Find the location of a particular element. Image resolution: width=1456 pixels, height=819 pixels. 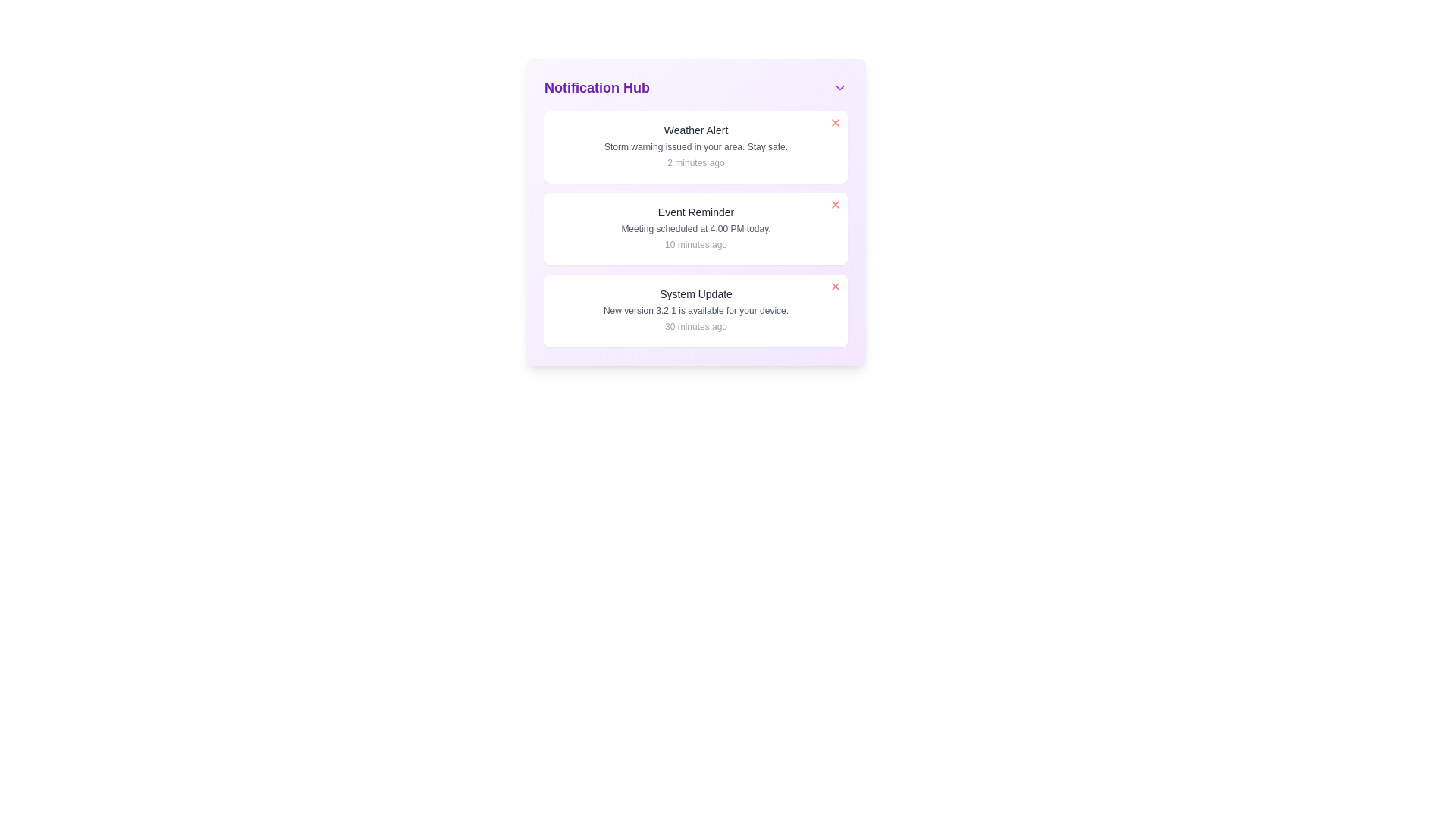

light gray text label stating '30 minutes ago' located at the bottom right of the third notification card in the list, under the title 'System Update' is located at coordinates (695, 326).